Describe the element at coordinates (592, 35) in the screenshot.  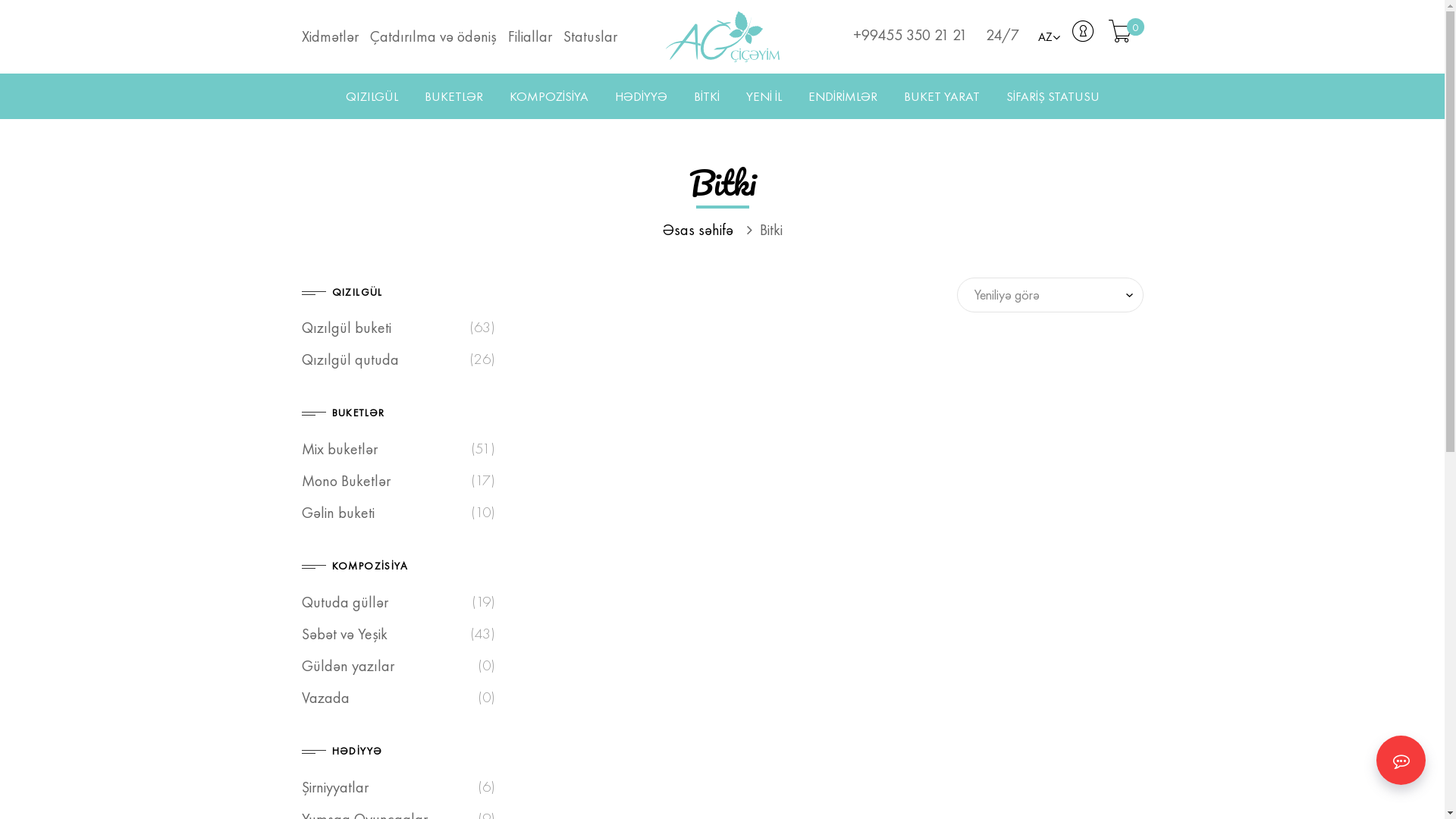
I see `'Statuslar'` at that location.